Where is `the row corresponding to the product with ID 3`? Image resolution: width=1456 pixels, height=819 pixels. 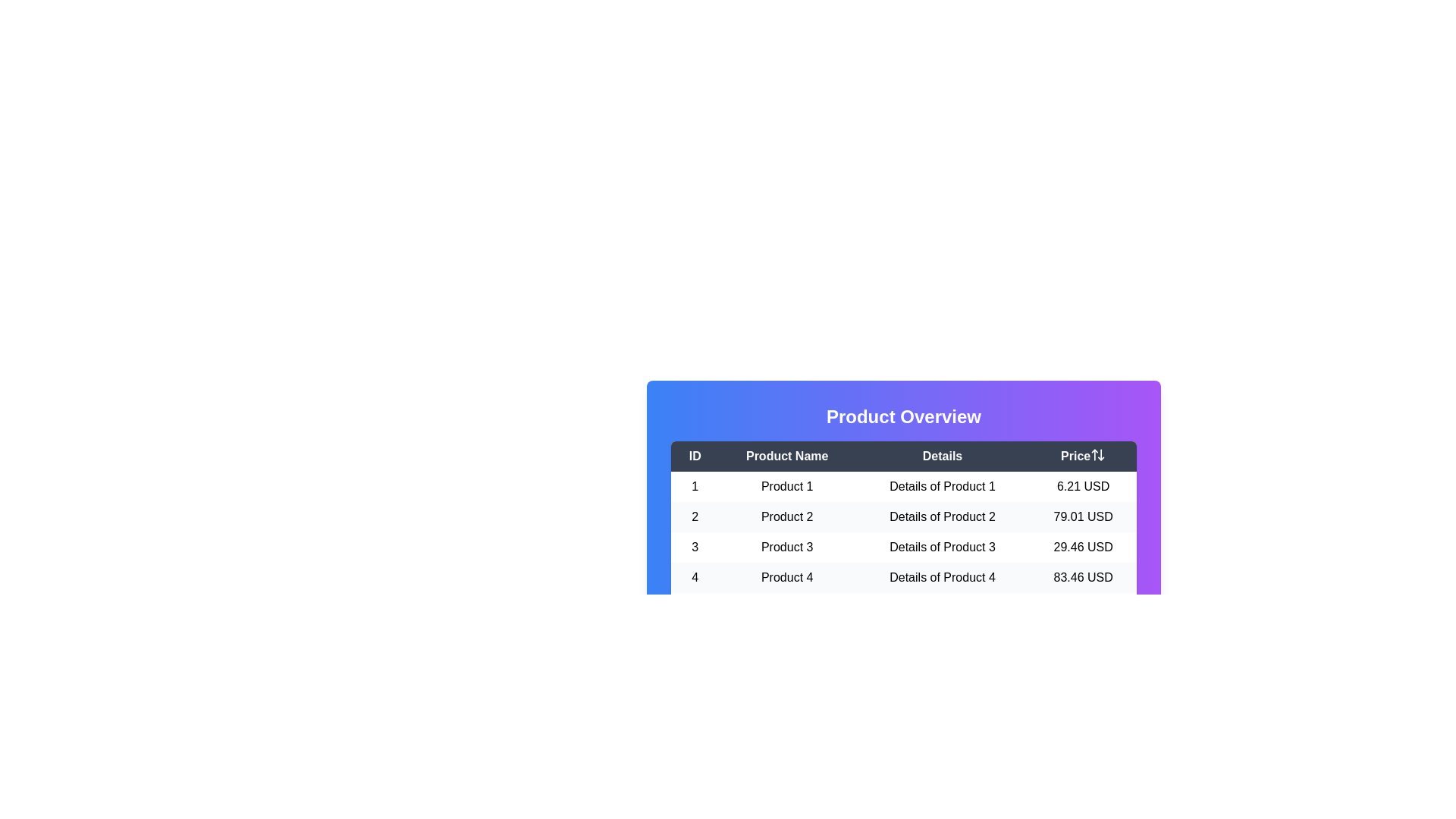
the row corresponding to the product with ID 3 is located at coordinates (903, 547).